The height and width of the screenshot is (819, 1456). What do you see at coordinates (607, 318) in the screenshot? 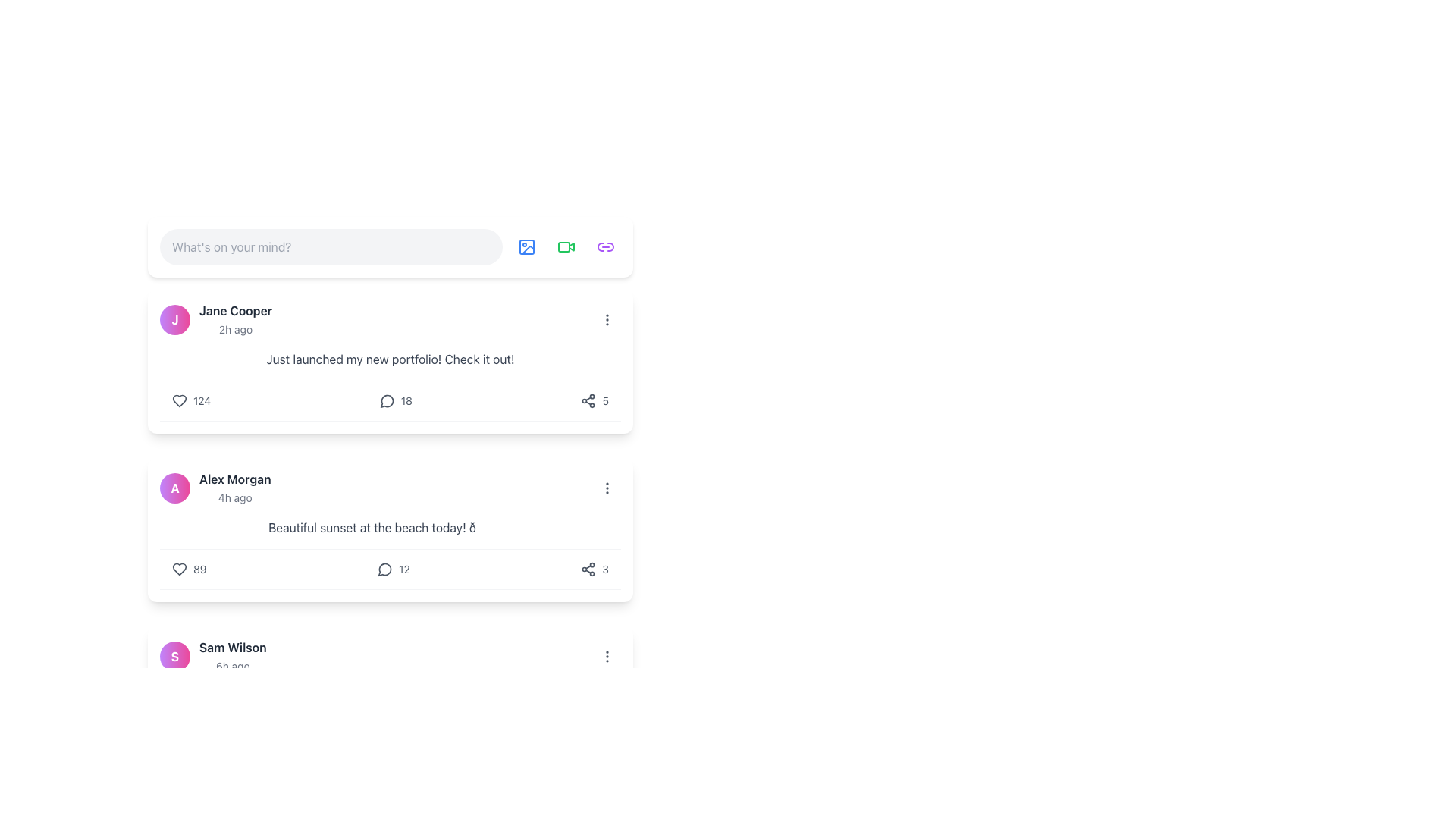
I see `the options button located in the top-right corner of the user card displaying 'Jane Cooper'` at bounding box center [607, 318].